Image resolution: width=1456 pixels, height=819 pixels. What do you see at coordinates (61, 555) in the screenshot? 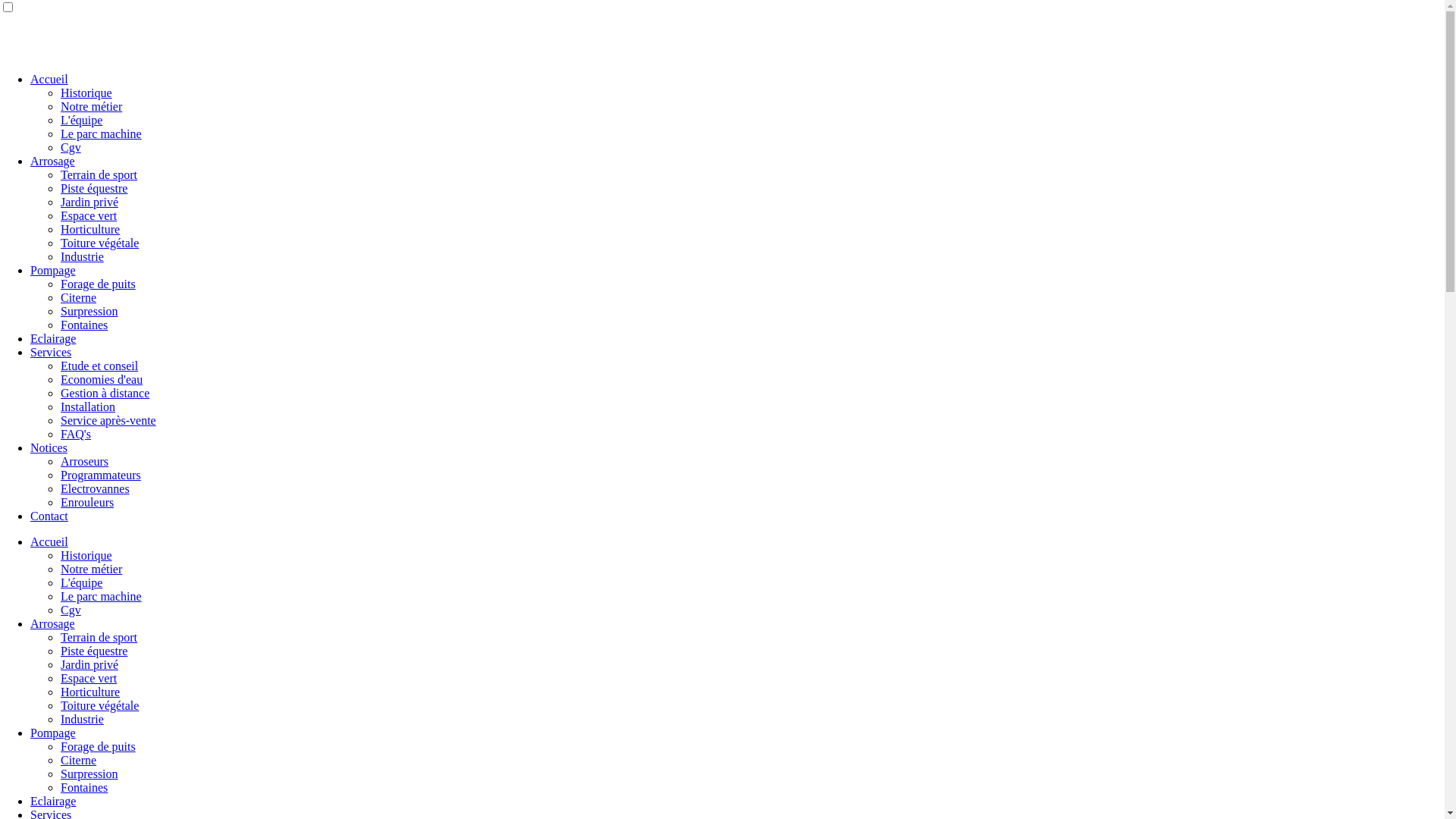
I see `'Historique'` at bounding box center [61, 555].